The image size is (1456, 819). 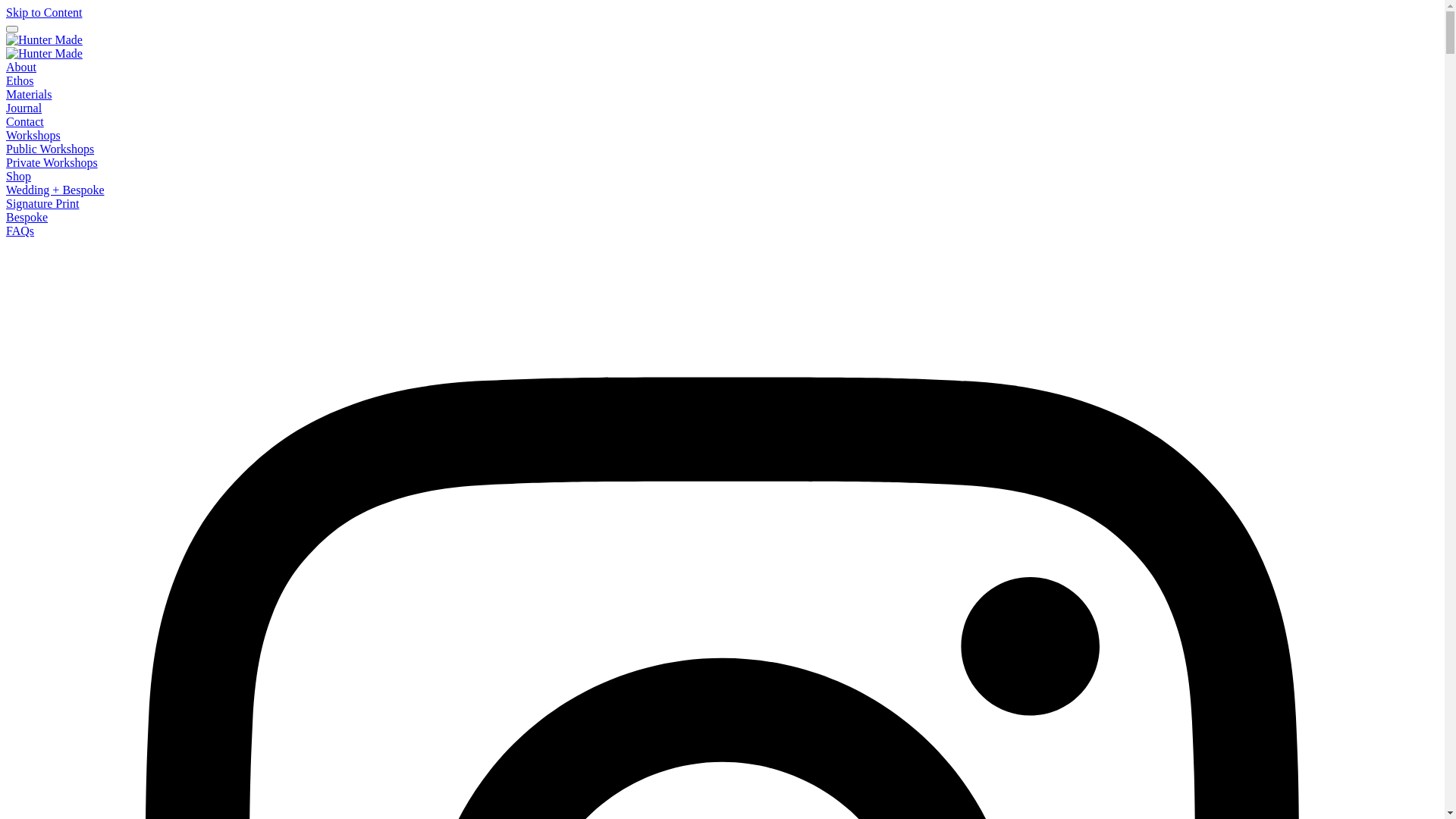 What do you see at coordinates (29, 94) in the screenshot?
I see `'Materials'` at bounding box center [29, 94].